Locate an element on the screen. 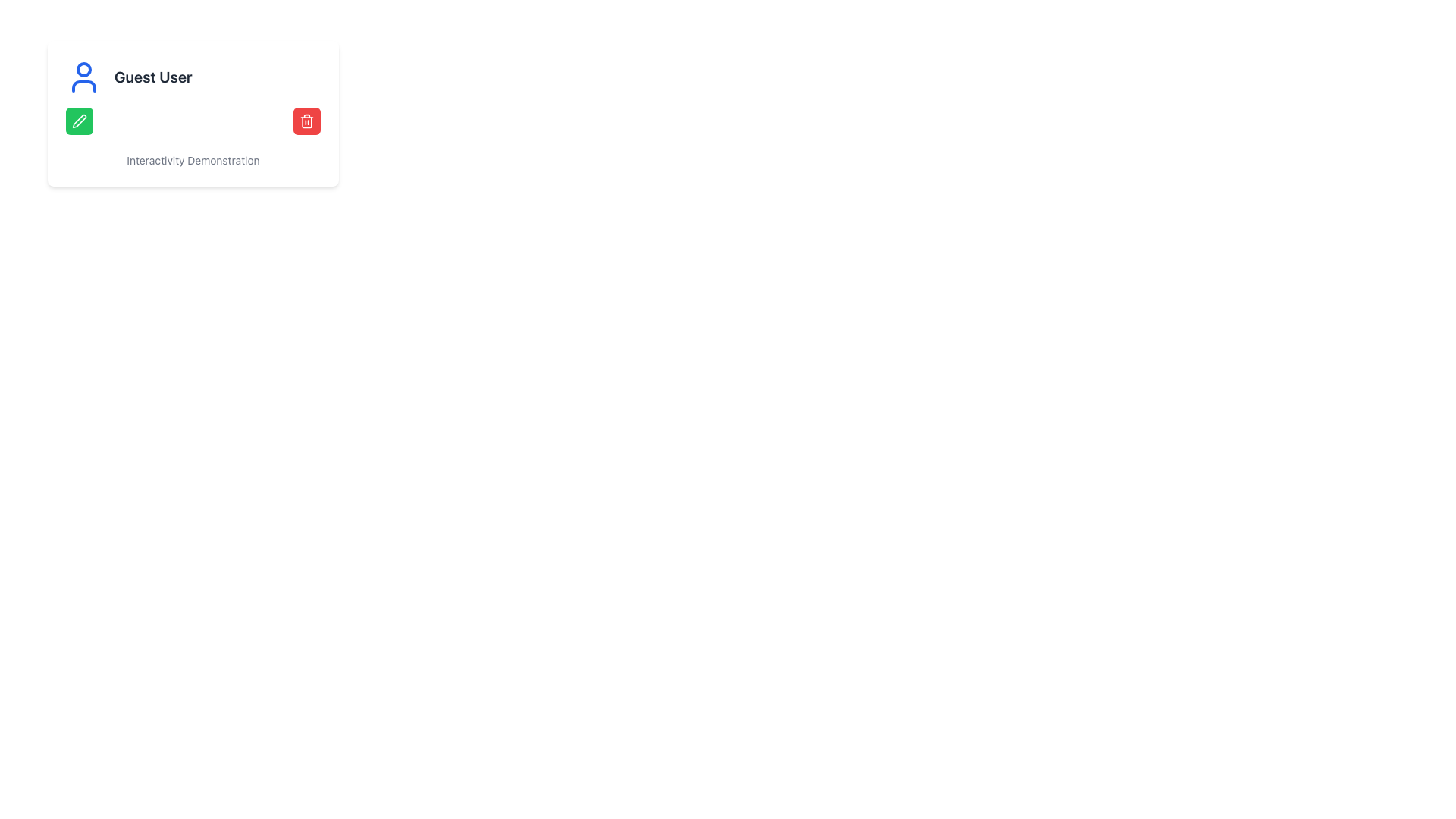  the icon button with a pen symbol located within a green square button is located at coordinates (79, 120).